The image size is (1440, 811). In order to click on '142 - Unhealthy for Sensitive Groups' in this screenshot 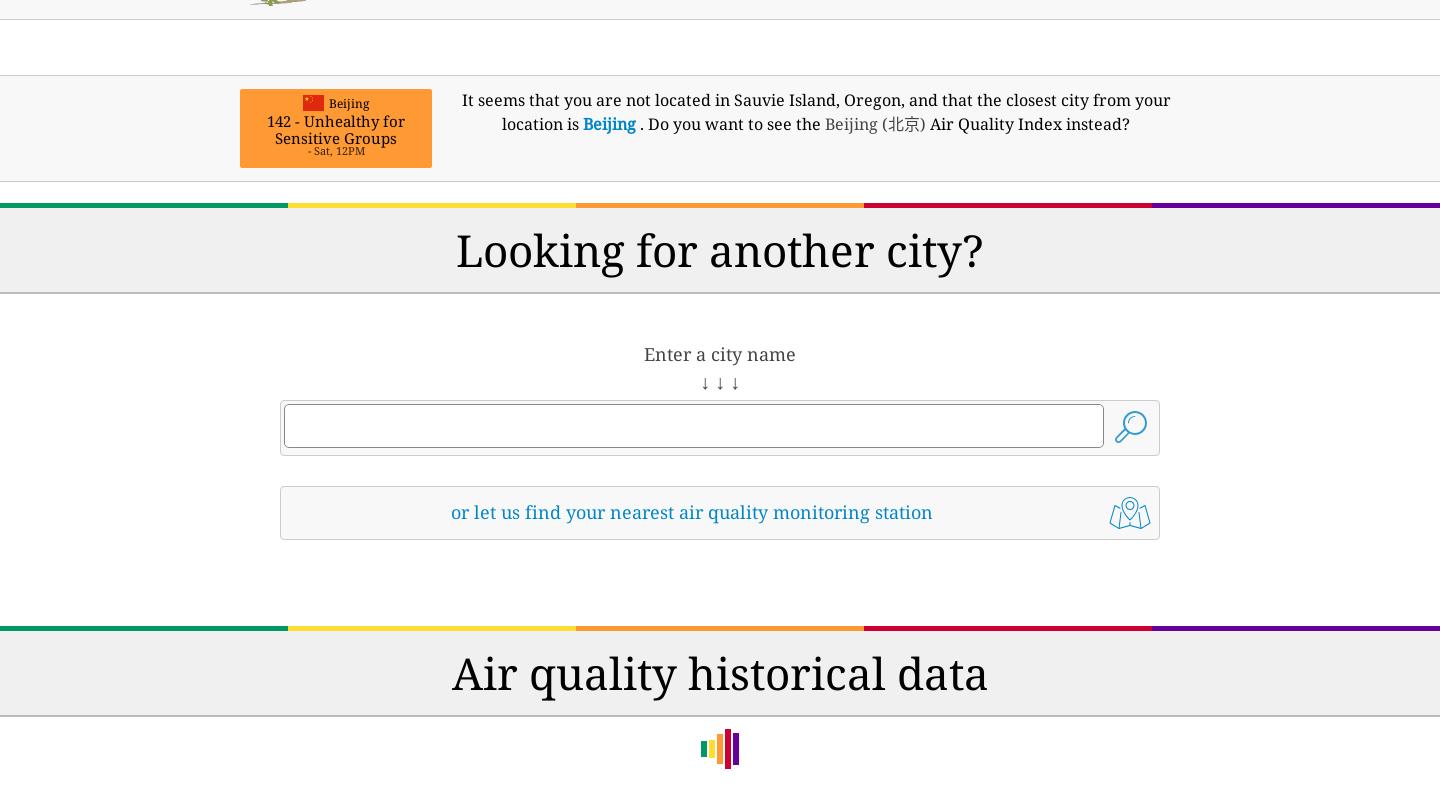, I will do `click(265, 129)`.